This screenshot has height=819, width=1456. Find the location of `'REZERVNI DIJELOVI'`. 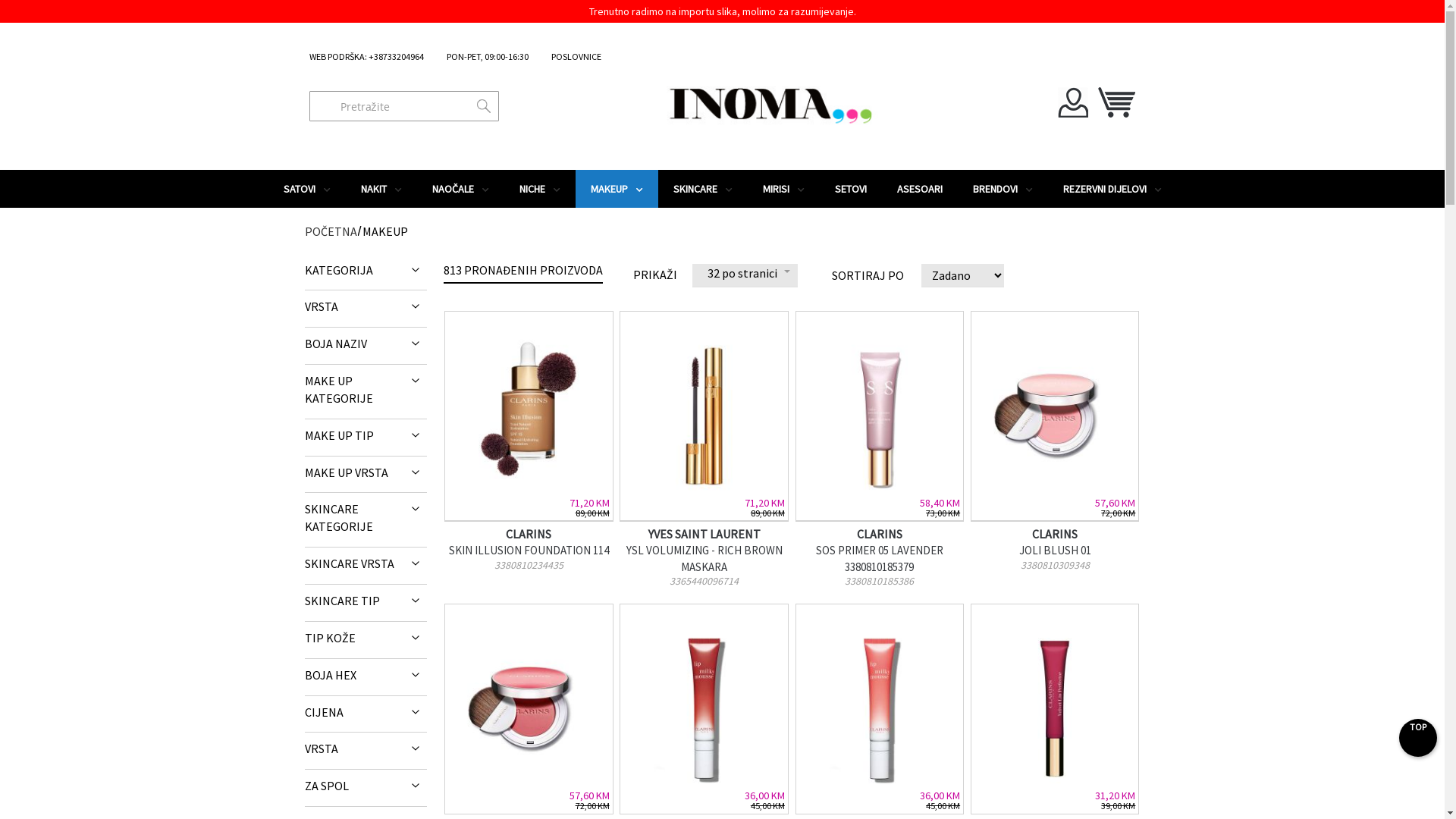

'REZERVNI DIJELOVI' is located at coordinates (1112, 188).